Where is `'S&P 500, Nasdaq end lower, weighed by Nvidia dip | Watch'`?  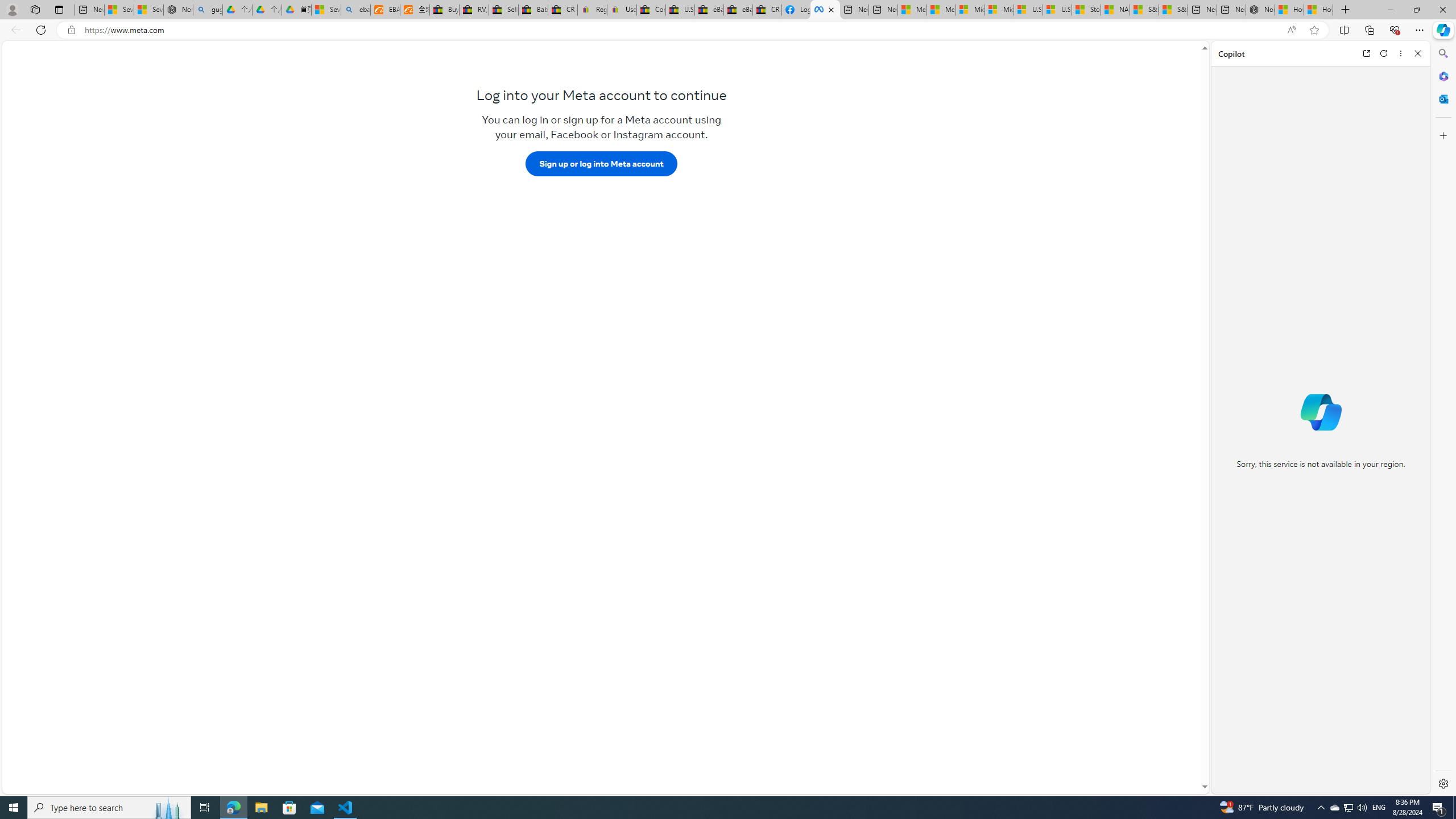
'S&P 500, Nasdaq end lower, weighed by Nvidia dip | Watch' is located at coordinates (1173, 9).